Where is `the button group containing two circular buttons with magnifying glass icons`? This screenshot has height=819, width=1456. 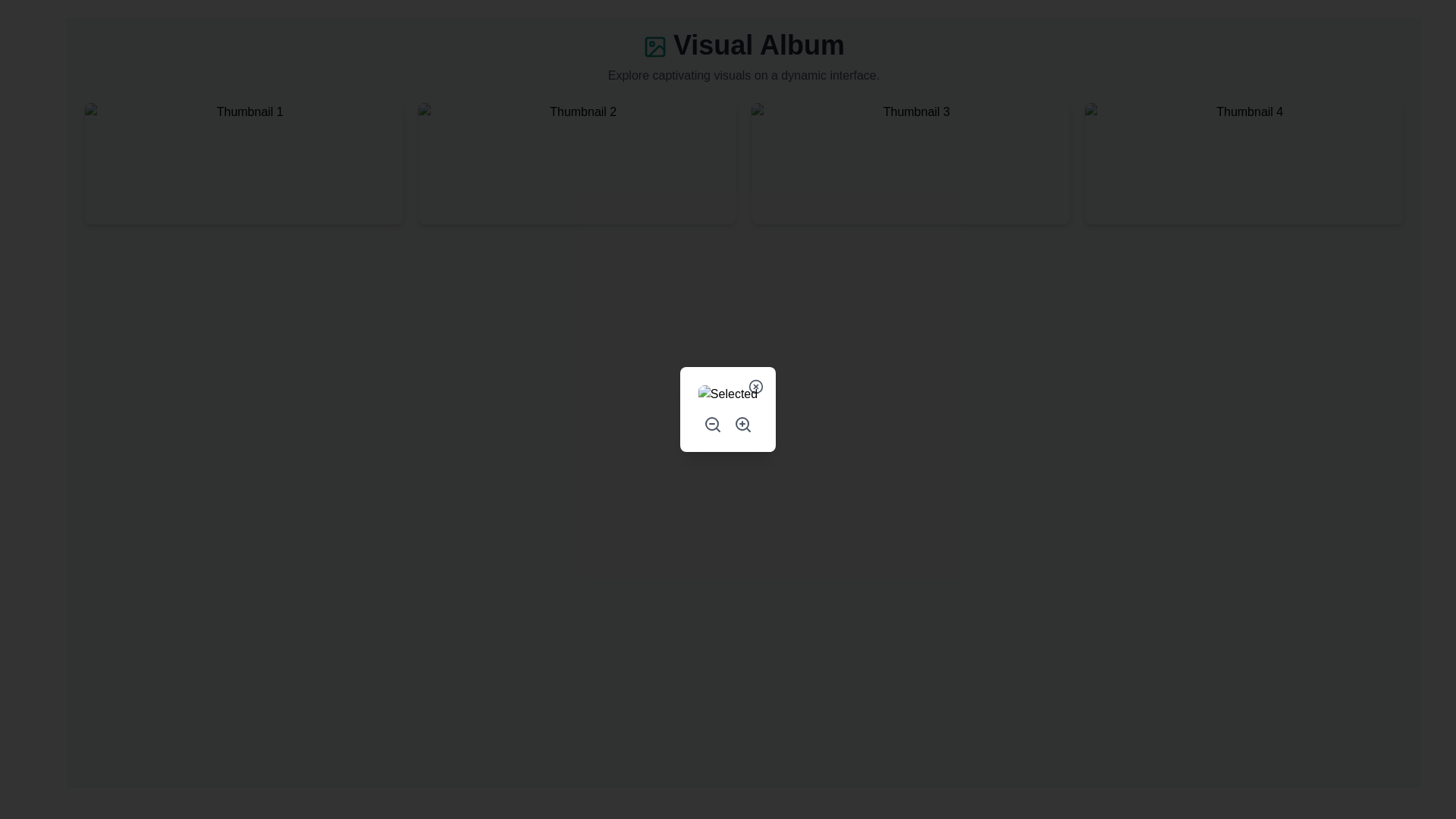 the button group containing two circular buttons with magnifying glass icons is located at coordinates (728, 424).